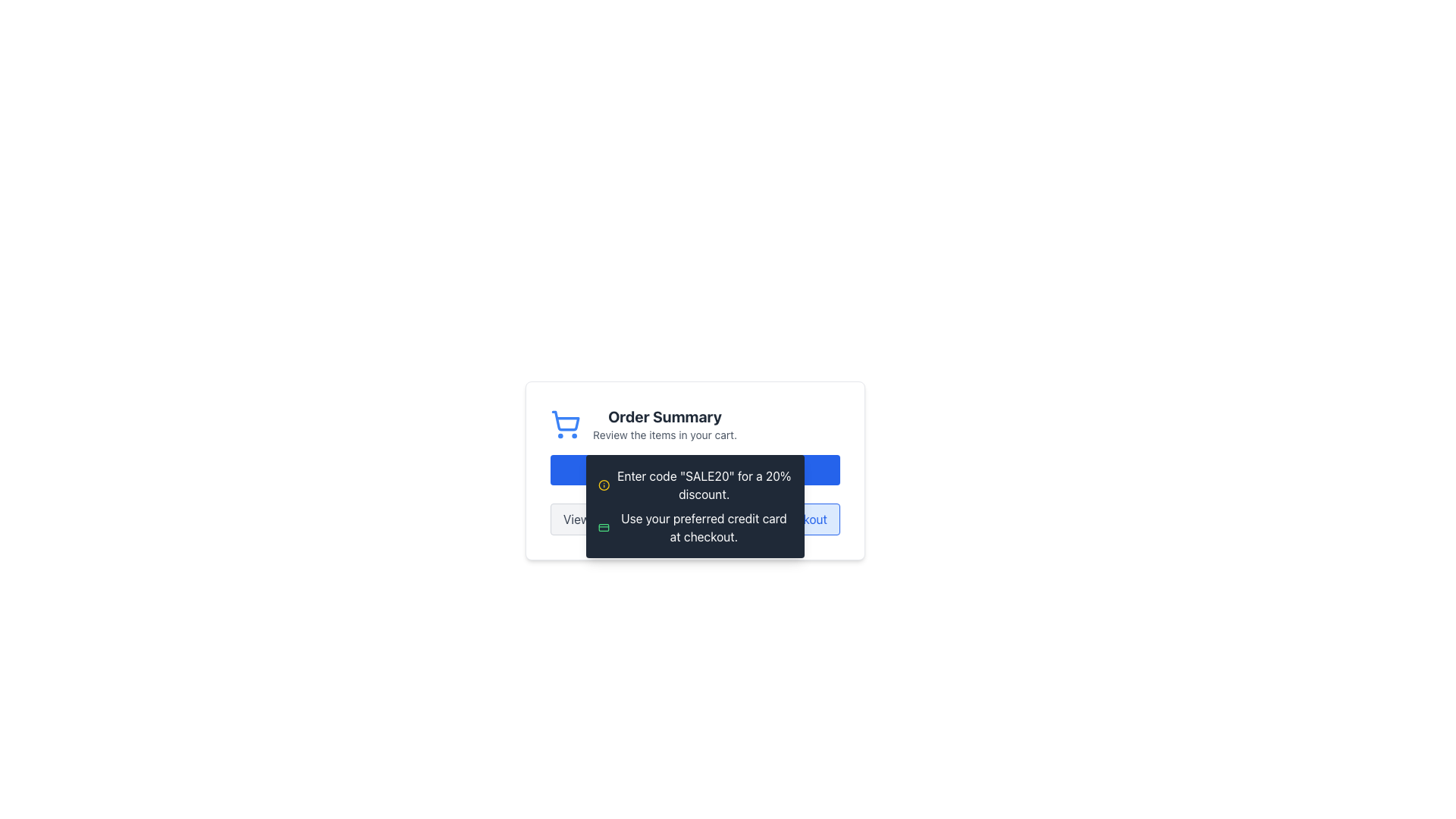 The width and height of the screenshot is (1456, 819). Describe the element at coordinates (694, 526) in the screenshot. I see `second text line in the pop-up box that instructs users to use their preferred credit card during checkout, located beneath the line stating 'Enter code "SALE20" for a 20% discount.'` at that location.